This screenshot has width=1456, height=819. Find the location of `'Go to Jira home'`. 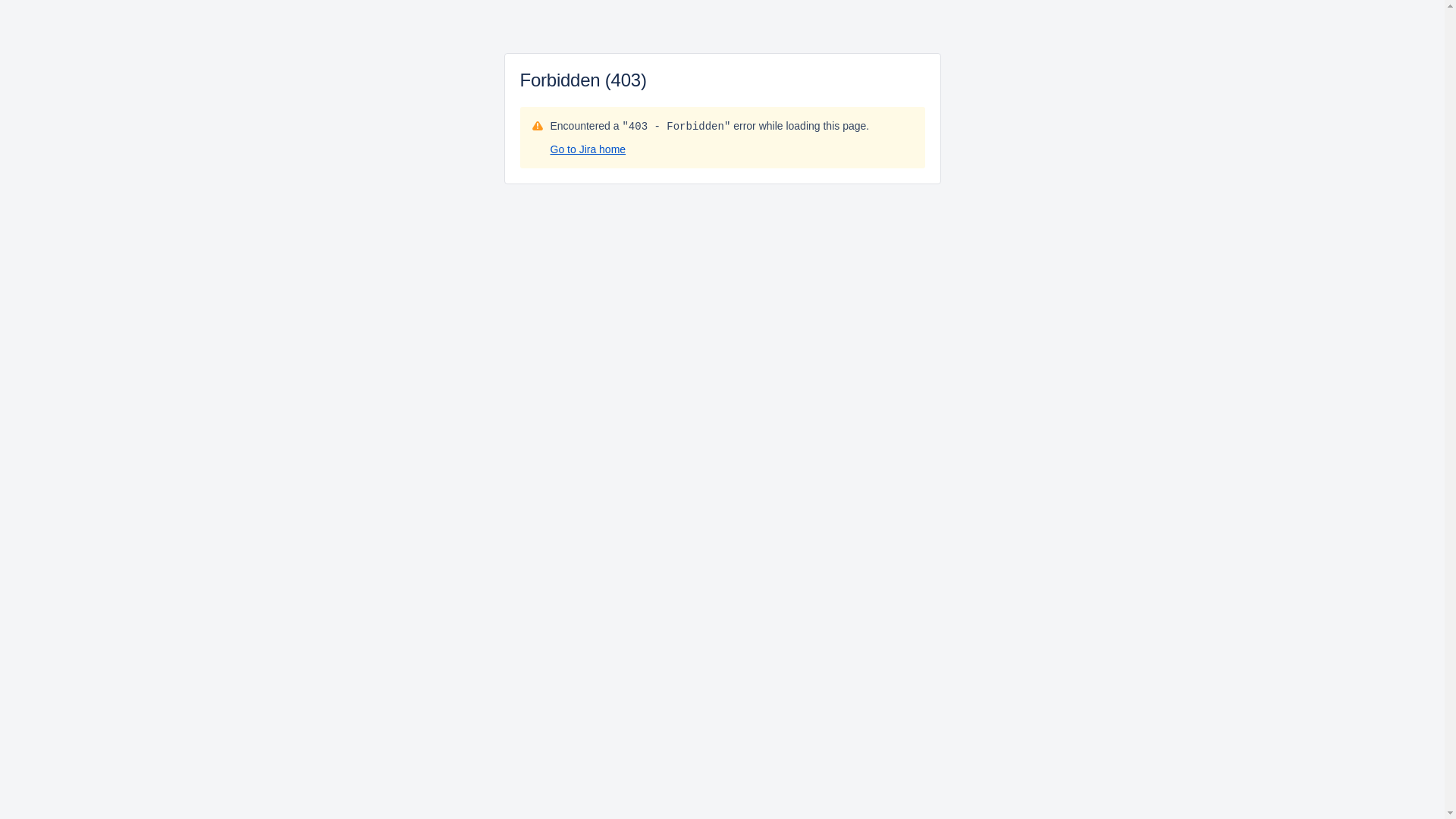

'Go to Jira home' is located at coordinates (549, 149).